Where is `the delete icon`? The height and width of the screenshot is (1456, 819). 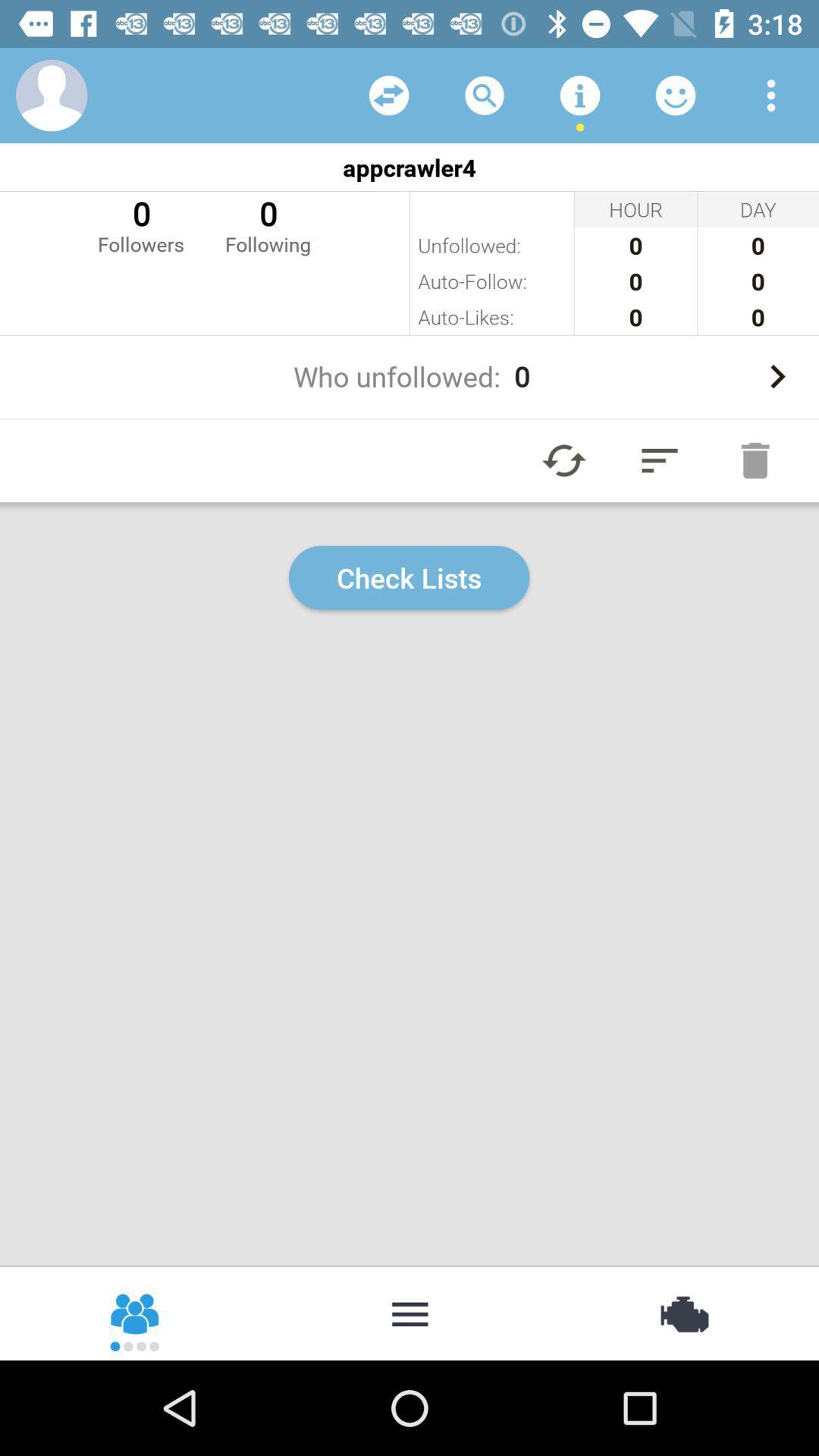
the delete icon is located at coordinates (755, 460).